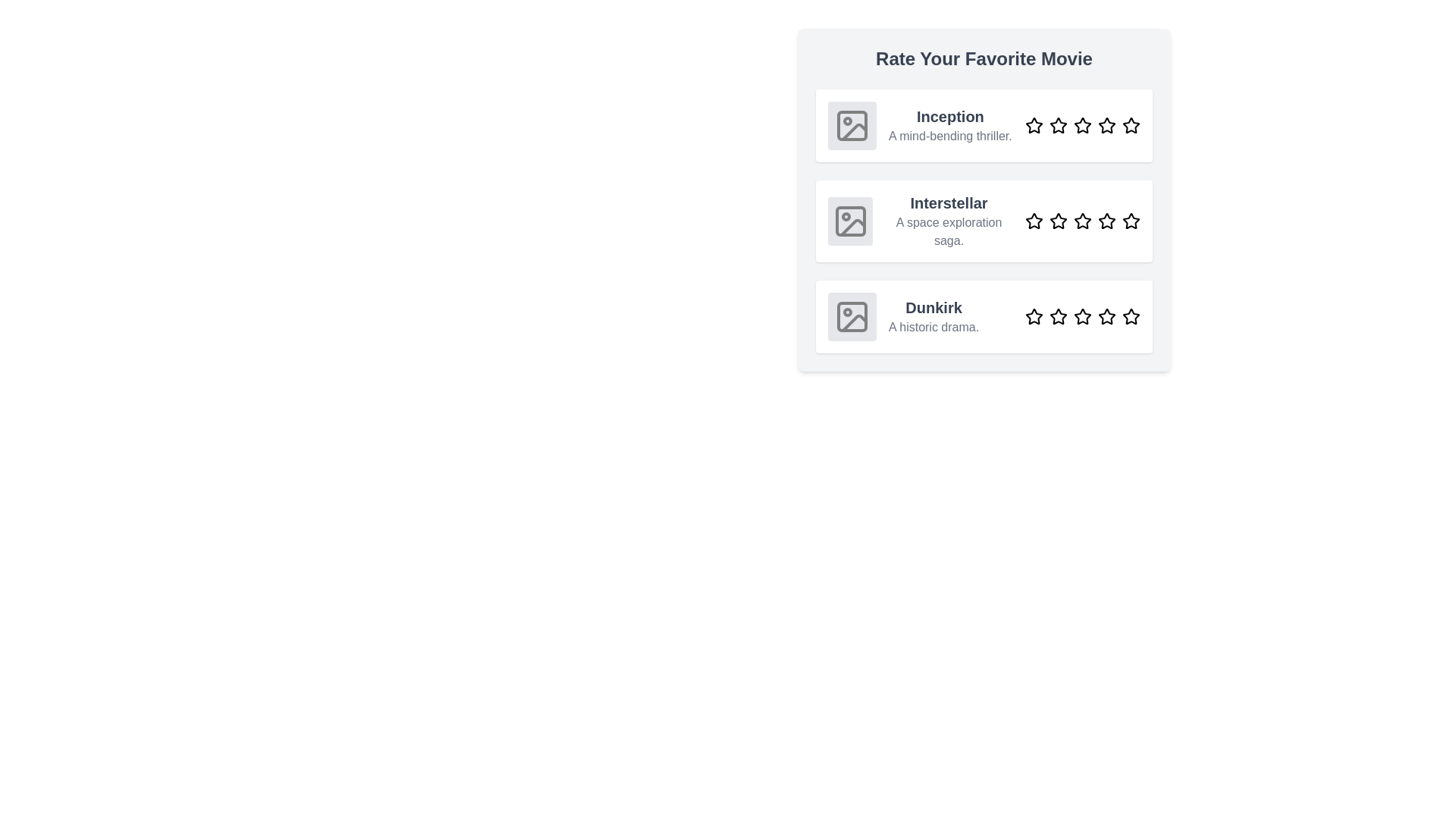  Describe the element at coordinates (948, 202) in the screenshot. I see `the text label displaying 'Interstellar' in a bold, large font under the 'Rate Your Favorite Movie' section` at that location.